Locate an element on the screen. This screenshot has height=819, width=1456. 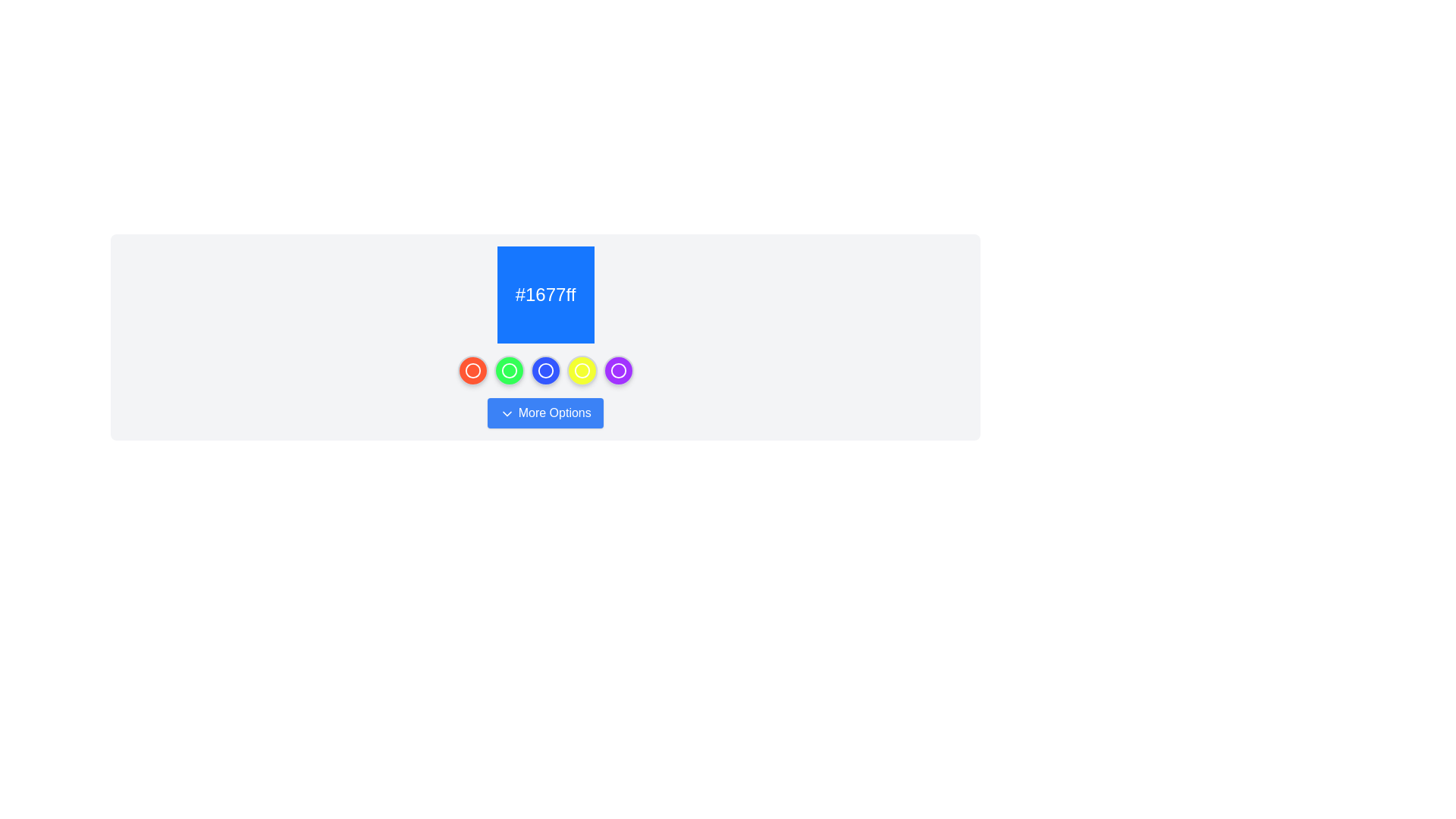
the downward-facing chevron icon located within the 'More Options' button is located at coordinates (507, 413).